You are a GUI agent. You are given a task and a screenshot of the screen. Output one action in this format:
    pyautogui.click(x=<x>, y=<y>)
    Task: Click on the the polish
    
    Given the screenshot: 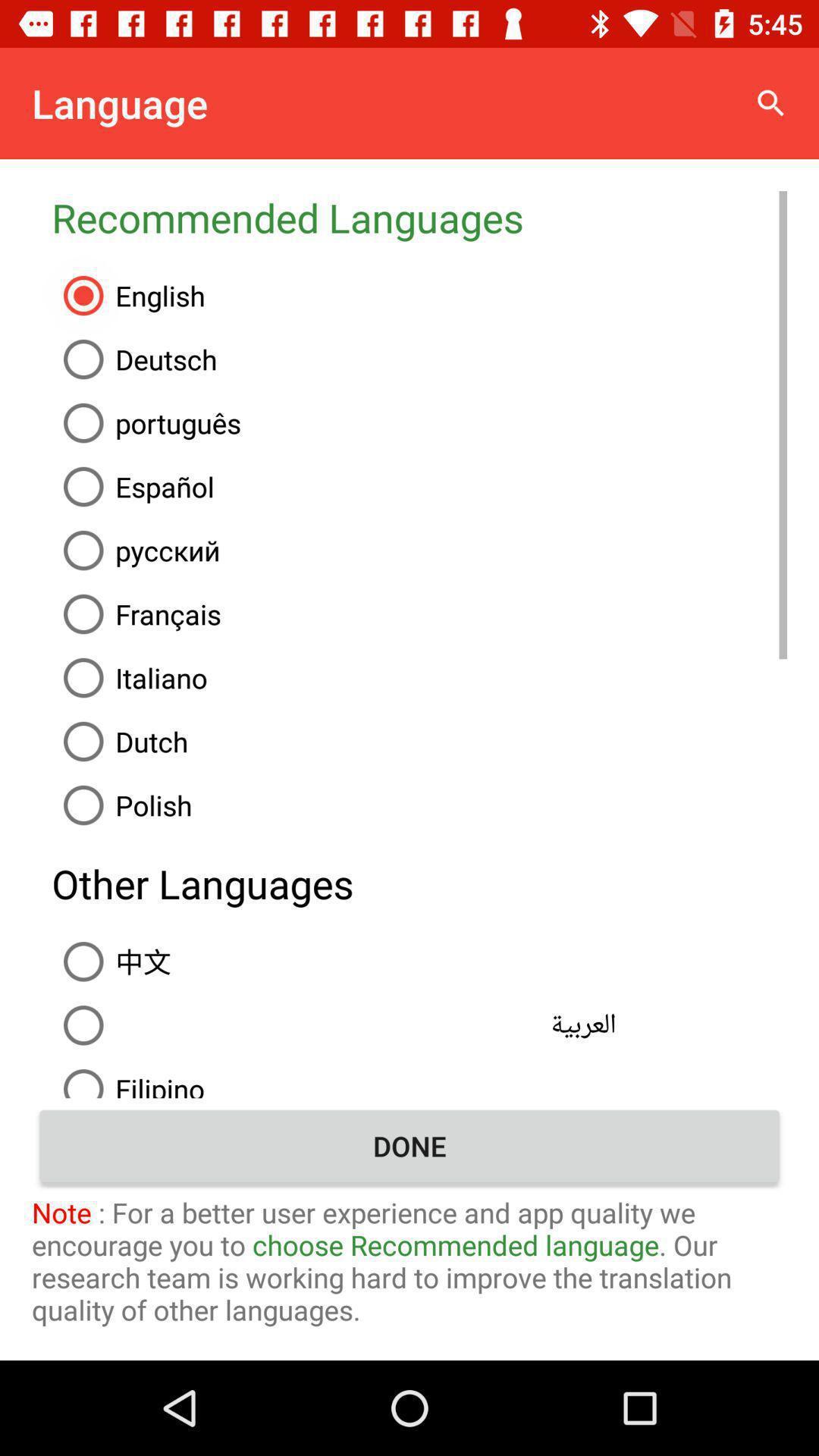 What is the action you would take?
    pyautogui.click(x=419, y=804)
    